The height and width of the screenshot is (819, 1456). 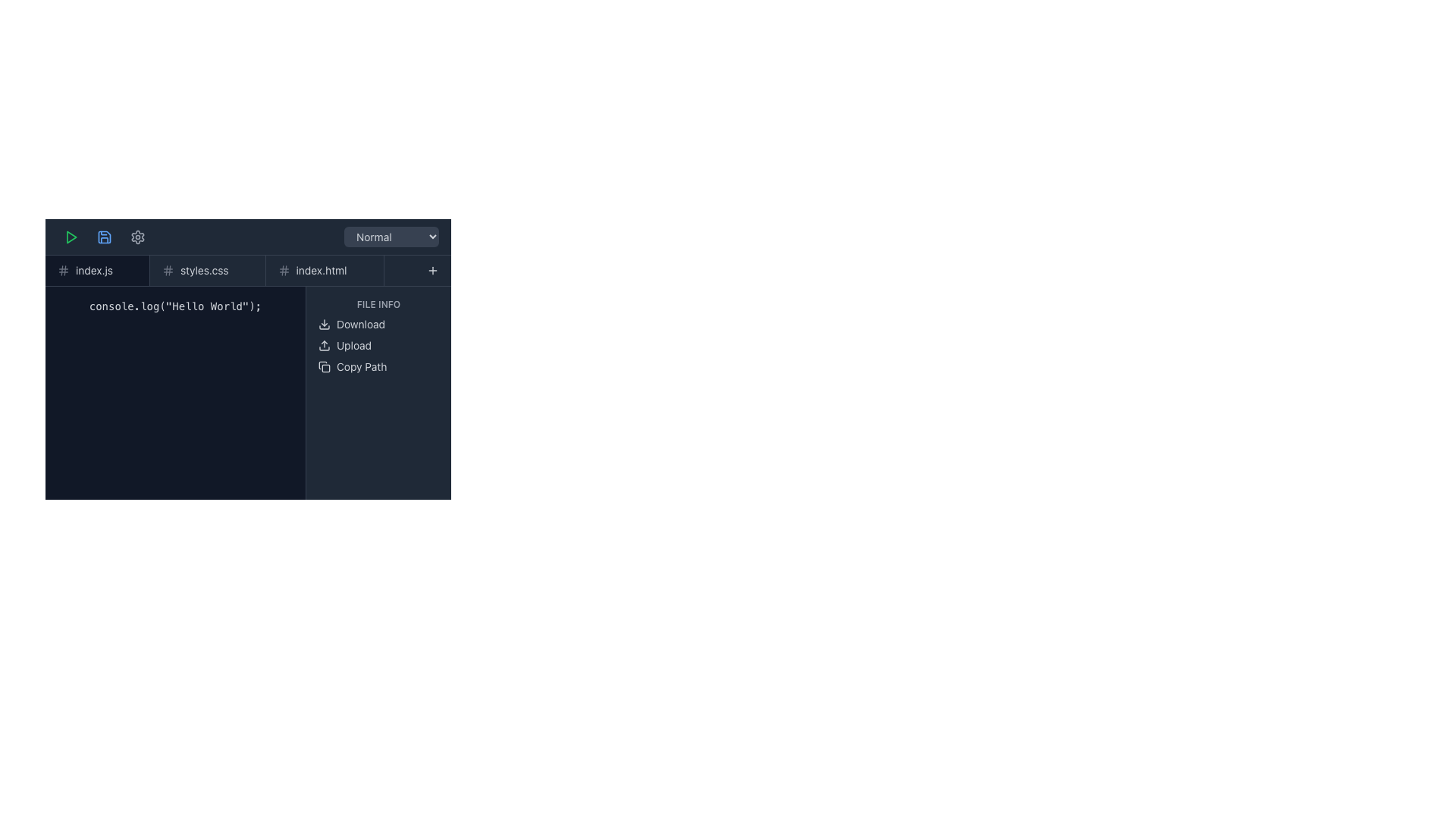 I want to click on the outlined green play icon located in the top-left corner of the interface, so click(x=71, y=237).